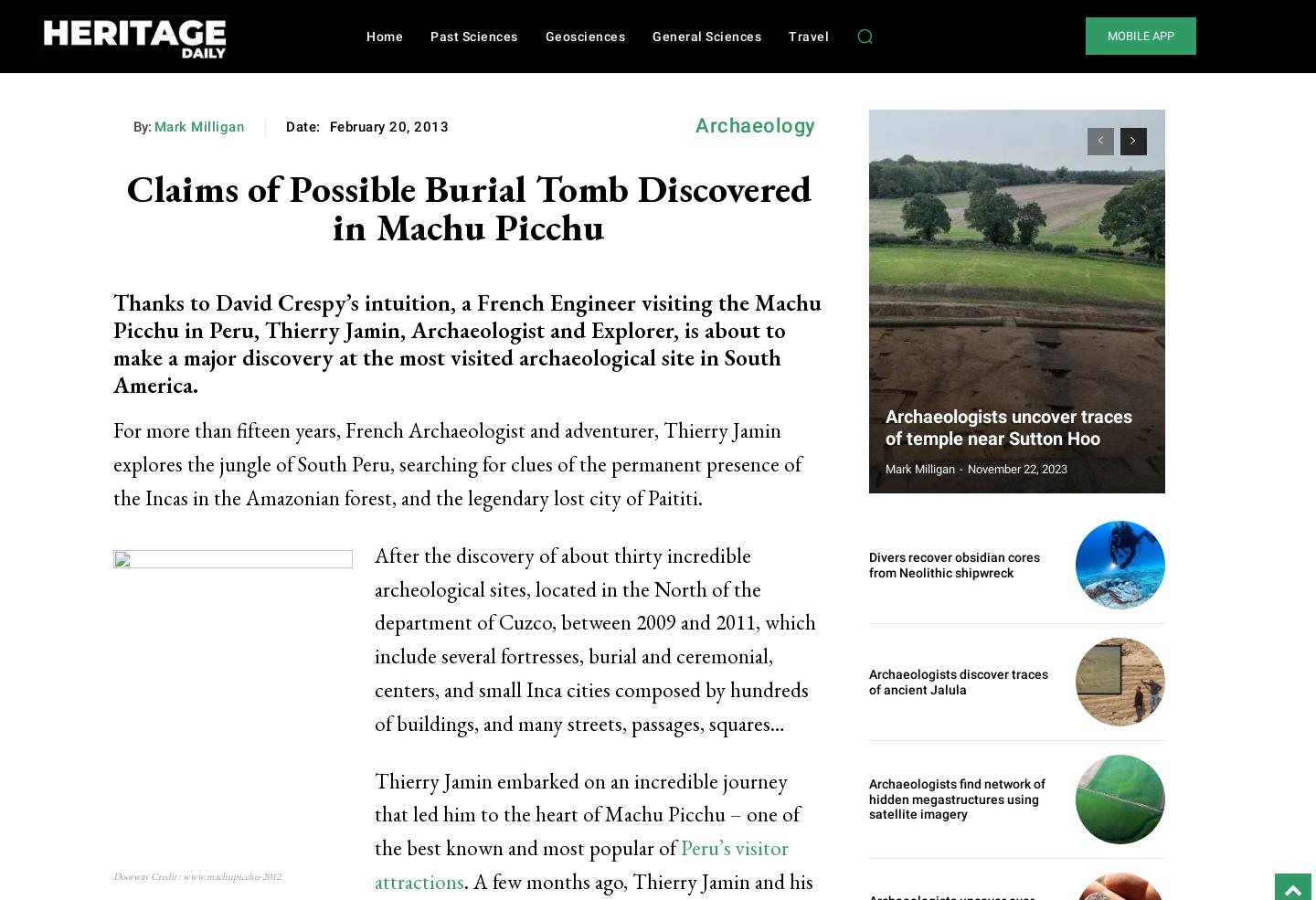 The image size is (1316, 900). Describe the element at coordinates (583, 35) in the screenshot. I see `'Geosciences'` at that location.